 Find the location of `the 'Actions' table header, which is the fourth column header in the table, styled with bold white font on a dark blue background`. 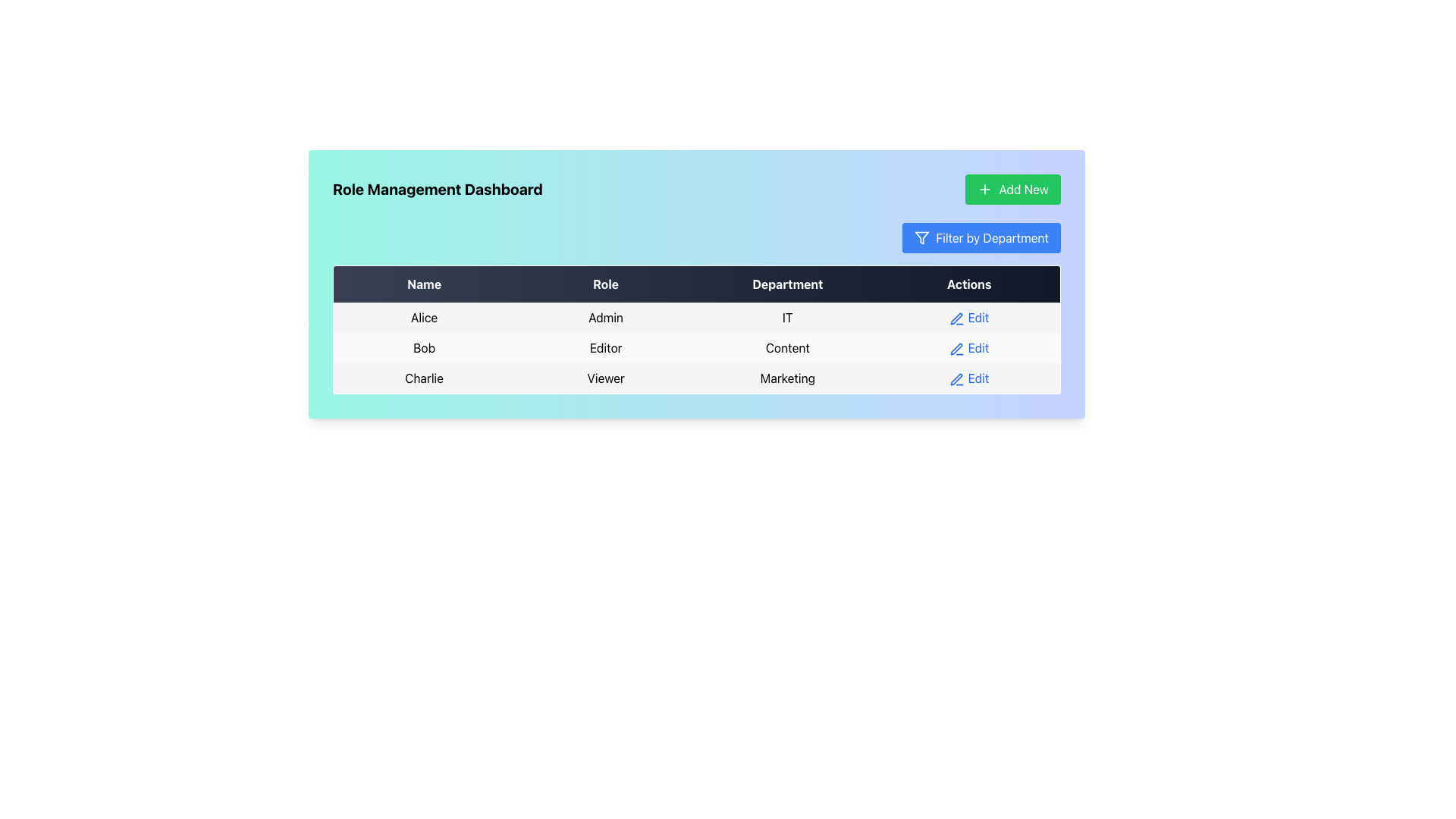

the 'Actions' table header, which is the fourth column header in the table, styled with bold white font on a dark blue background is located at coordinates (968, 284).